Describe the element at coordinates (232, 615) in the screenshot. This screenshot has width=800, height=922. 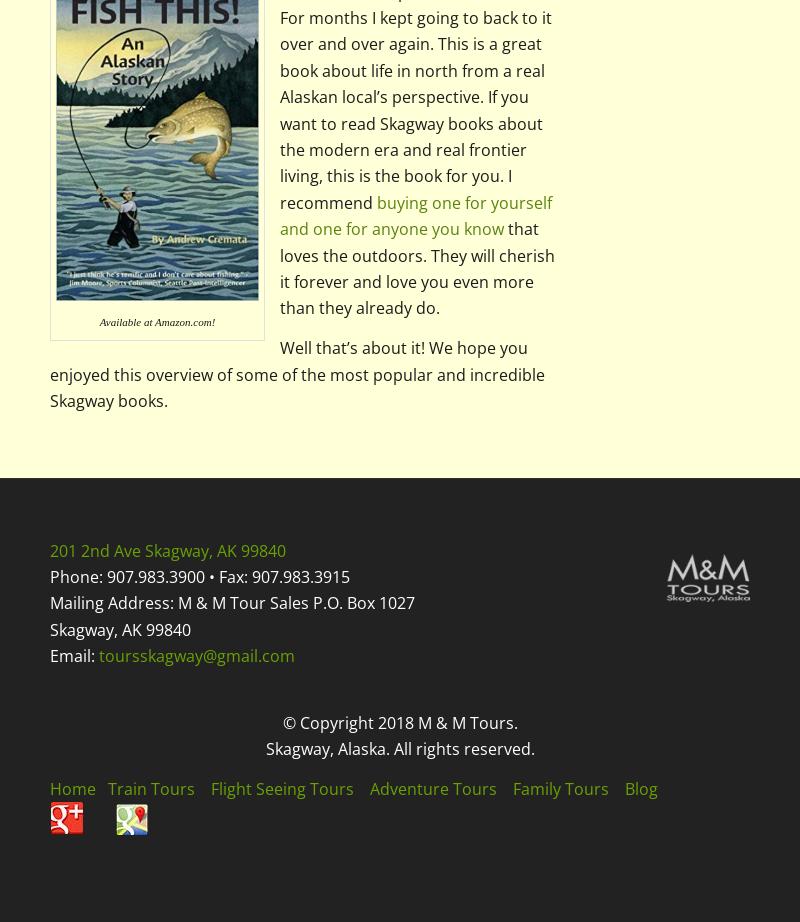
I see `'Mailing Address: M & M Tour Sales P.O. Box 1027 Skagway, AK 99840'` at that location.